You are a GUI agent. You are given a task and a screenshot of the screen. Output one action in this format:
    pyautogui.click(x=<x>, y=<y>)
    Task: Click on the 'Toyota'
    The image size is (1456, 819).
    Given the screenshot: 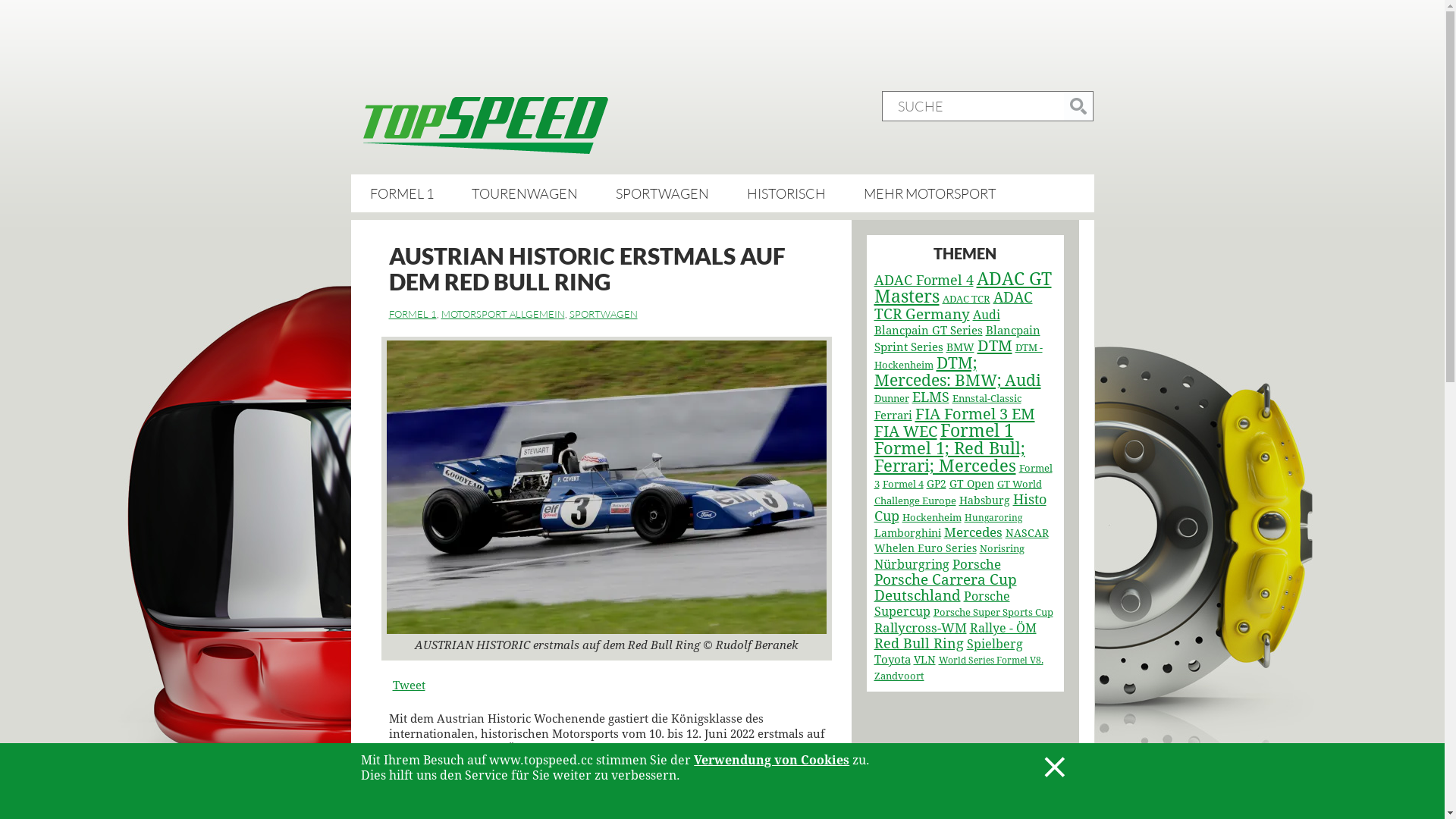 What is the action you would take?
    pyautogui.click(x=892, y=659)
    